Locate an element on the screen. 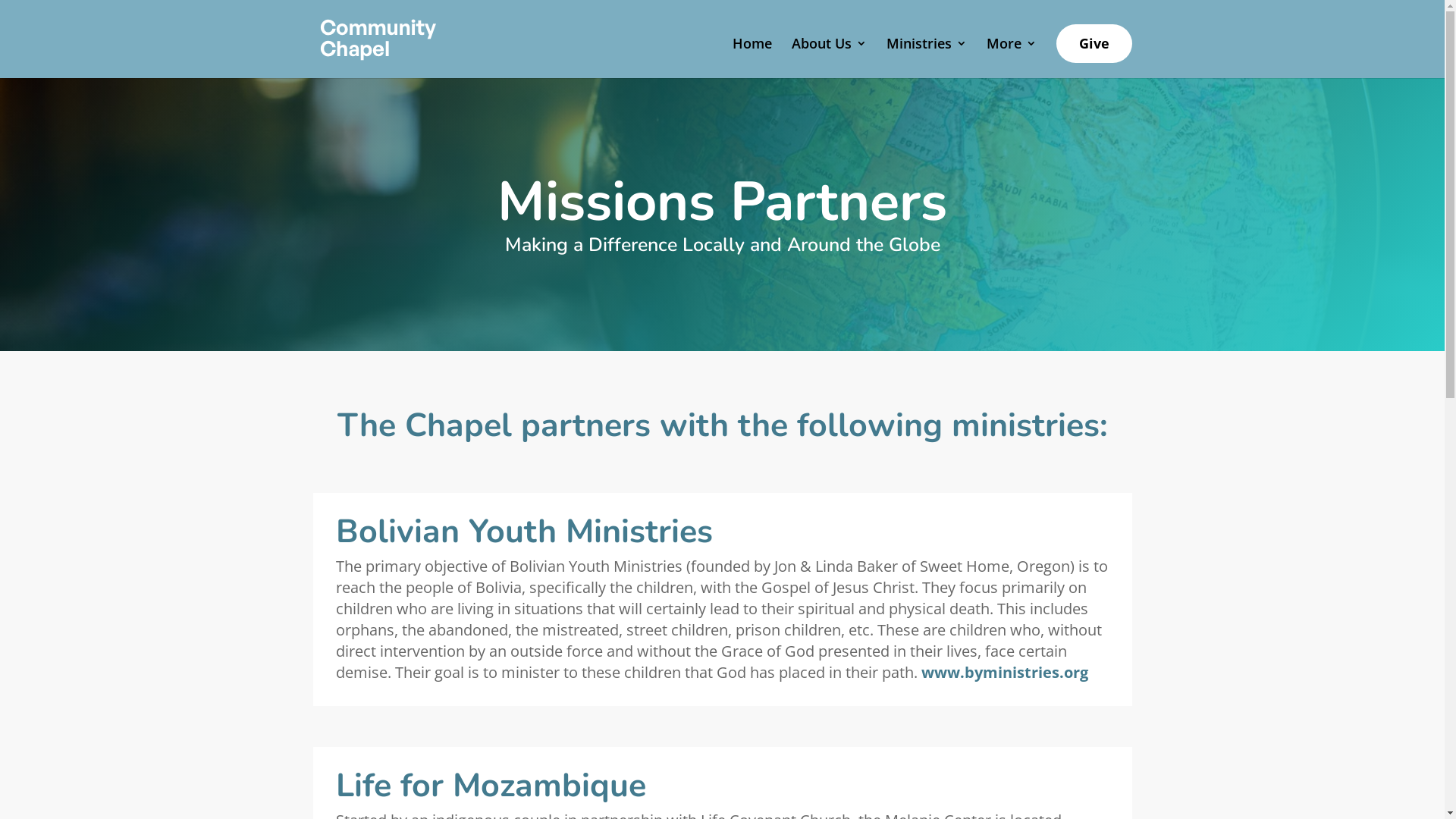 The height and width of the screenshot is (819, 1456). 'www.byministries.org' is located at coordinates (1004, 671).